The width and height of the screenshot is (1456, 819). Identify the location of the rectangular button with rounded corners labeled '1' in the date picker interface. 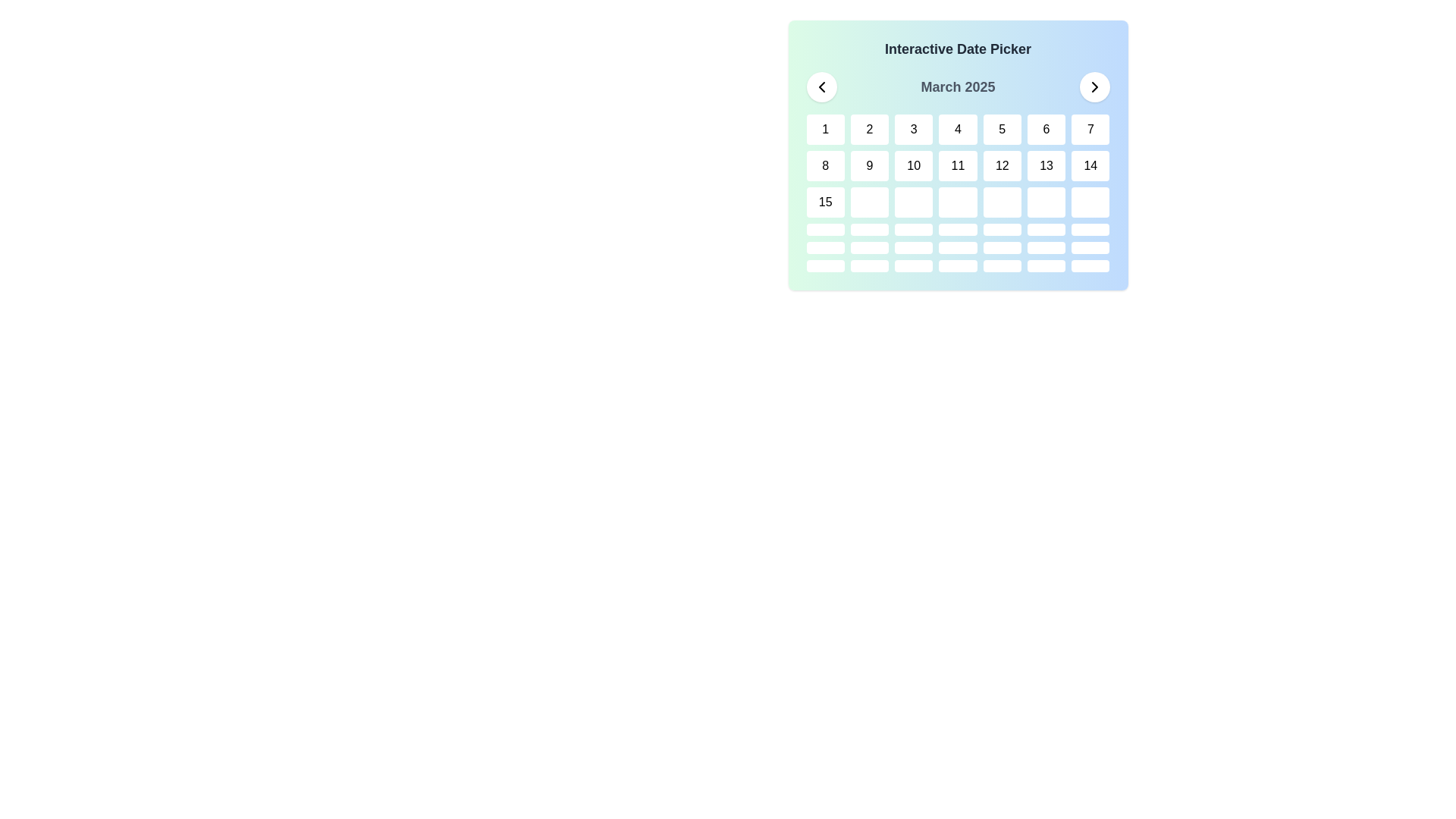
(824, 128).